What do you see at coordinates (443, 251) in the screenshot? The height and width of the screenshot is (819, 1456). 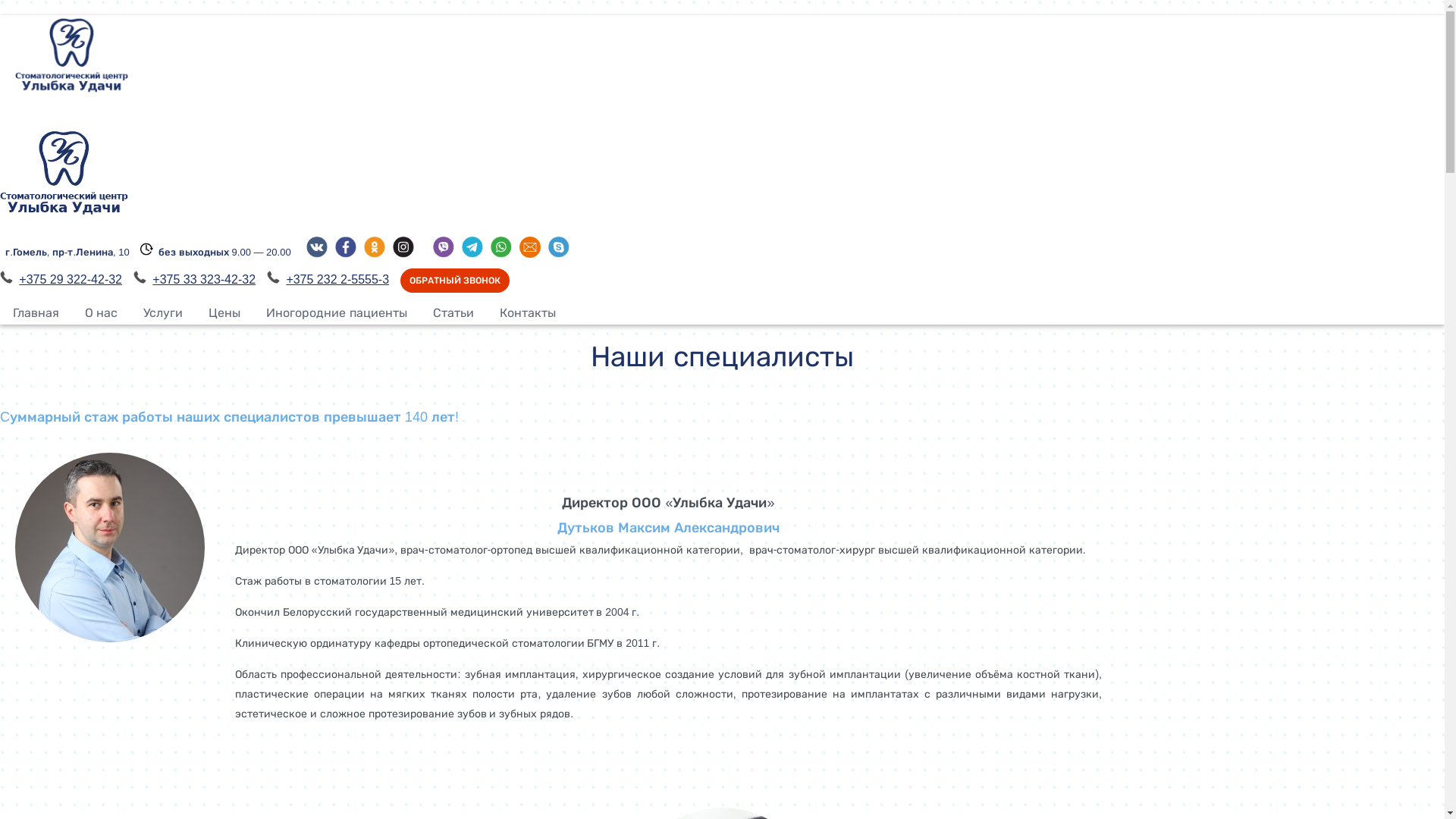 I see `'Viber'` at bounding box center [443, 251].